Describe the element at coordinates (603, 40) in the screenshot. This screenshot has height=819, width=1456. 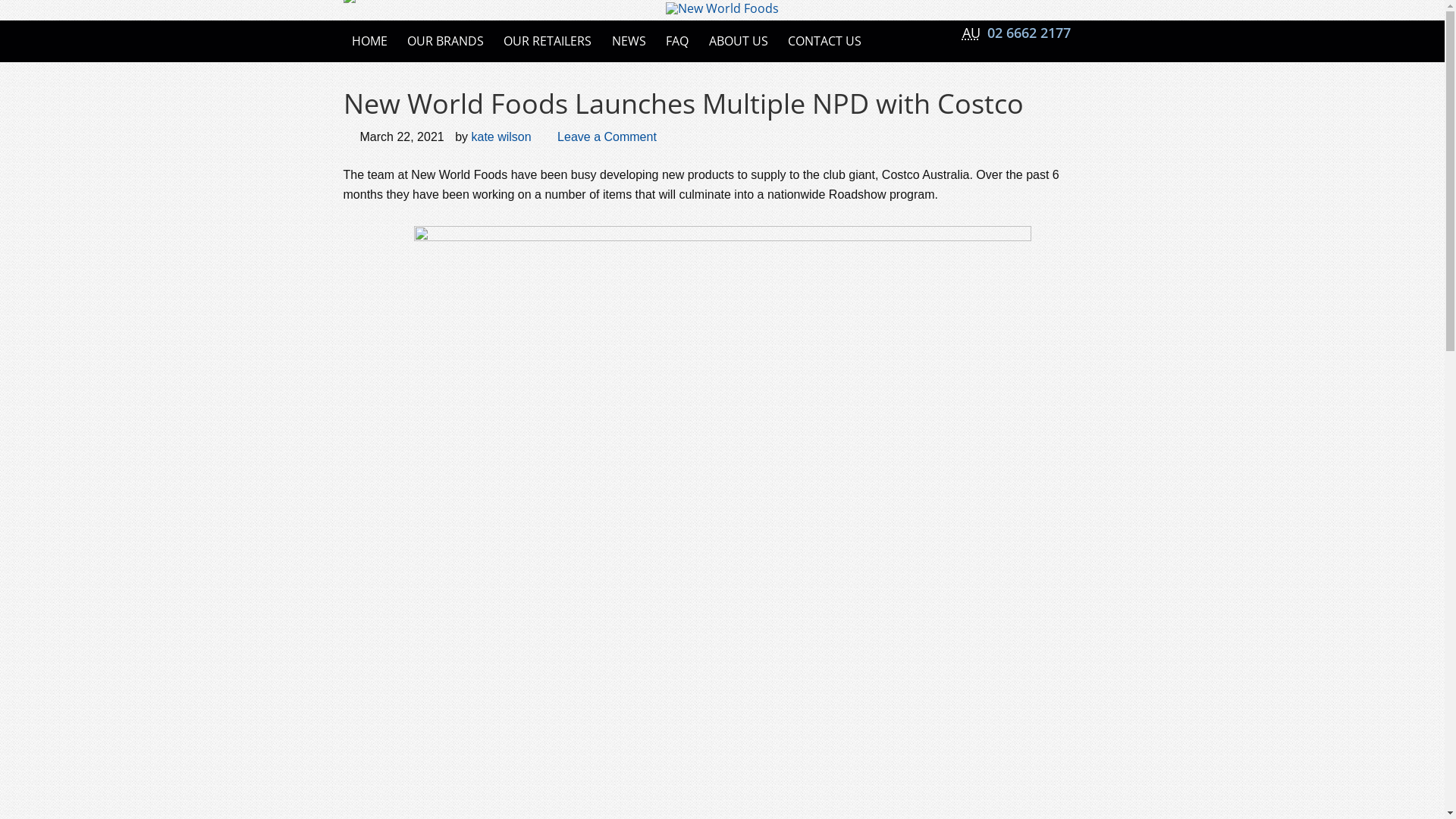
I see `'NEWS'` at that location.